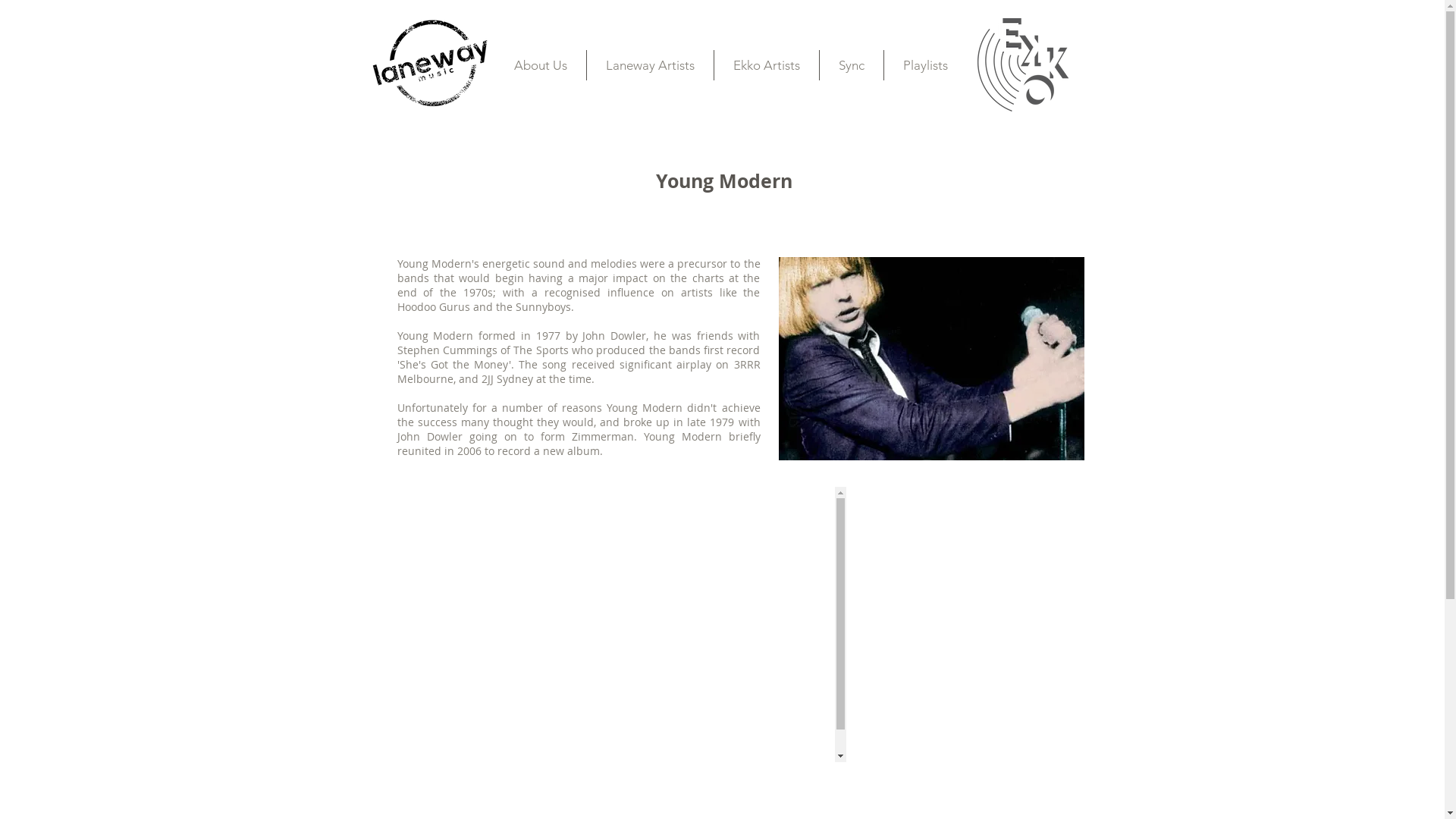  Describe the element at coordinates (539, 64) in the screenshot. I see `'About Us'` at that location.